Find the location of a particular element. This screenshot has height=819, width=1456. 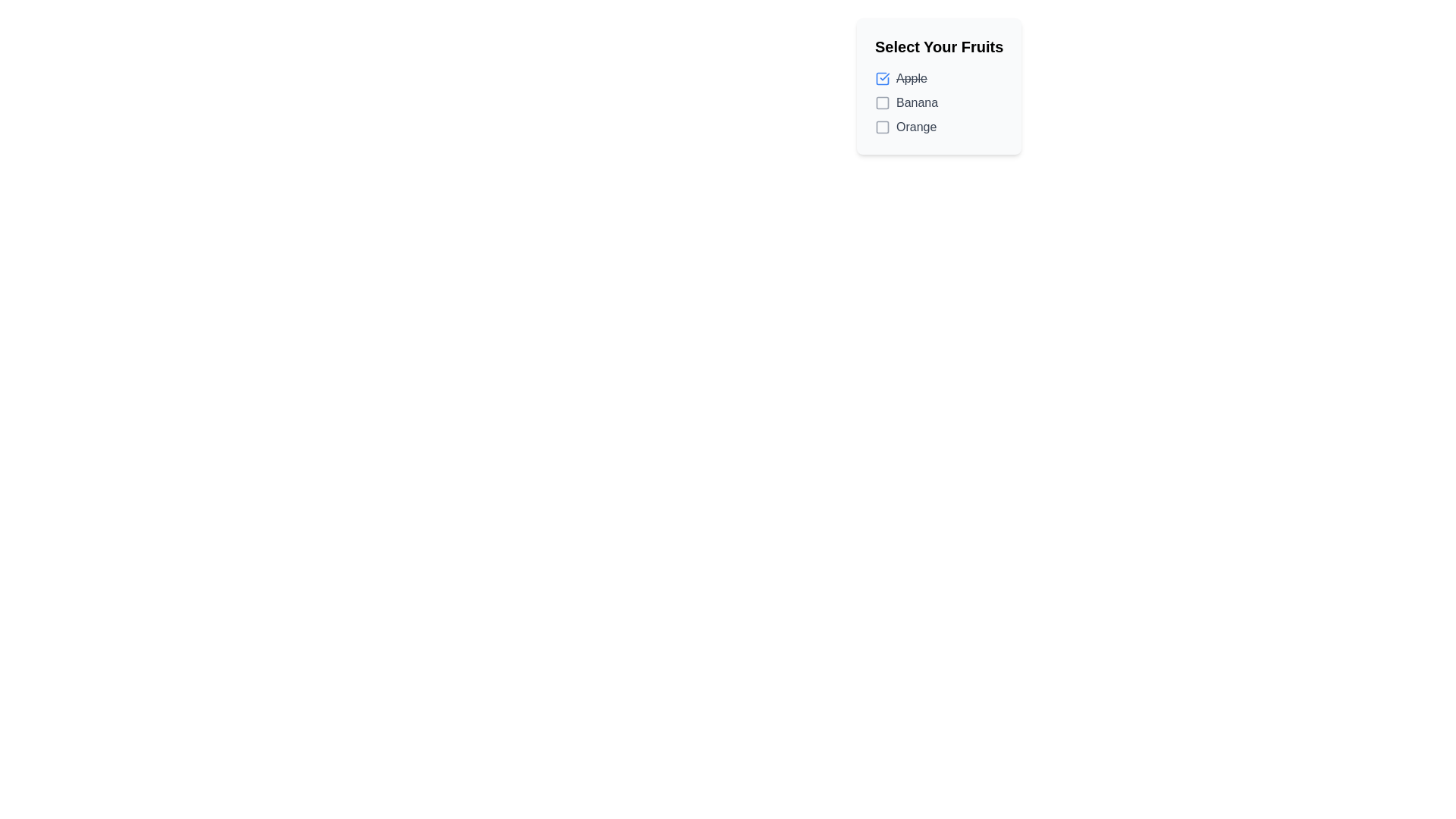

the text label indicating an unavailable fruit selection in the 'Select Your Fruits' list, which is the first item next to a blue-checked checkbox is located at coordinates (911, 79).